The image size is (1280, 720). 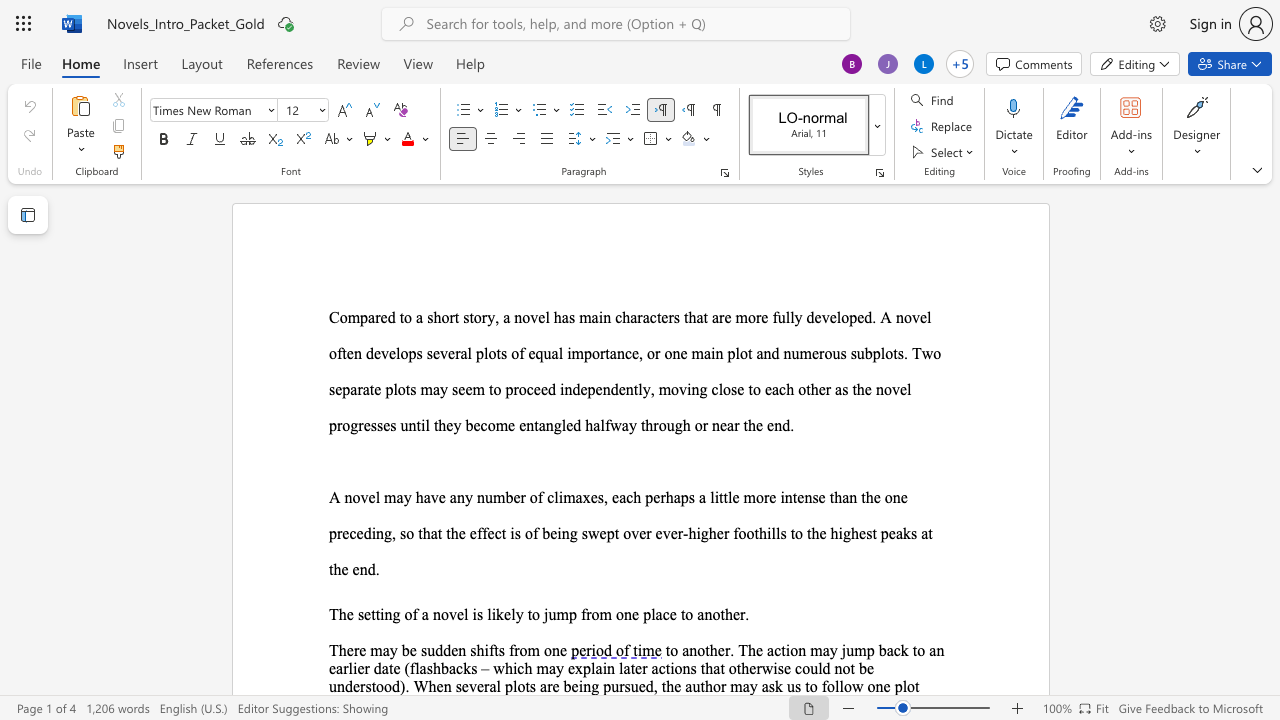 I want to click on the space between the continuous character "b" and "e" in the text, so click(x=550, y=532).